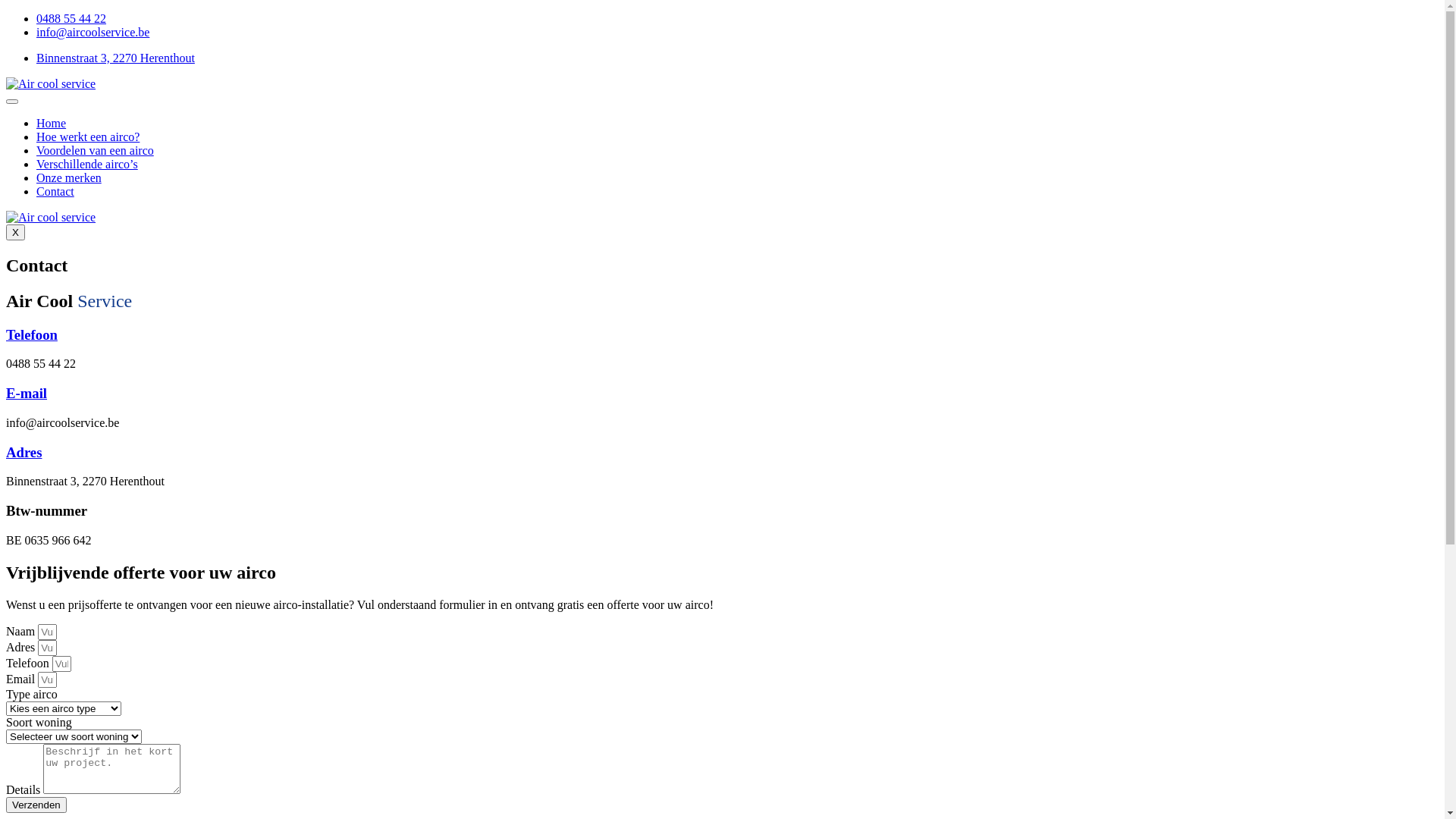 Image resolution: width=1456 pixels, height=819 pixels. I want to click on '0488 55 44 22', so click(71, 18).